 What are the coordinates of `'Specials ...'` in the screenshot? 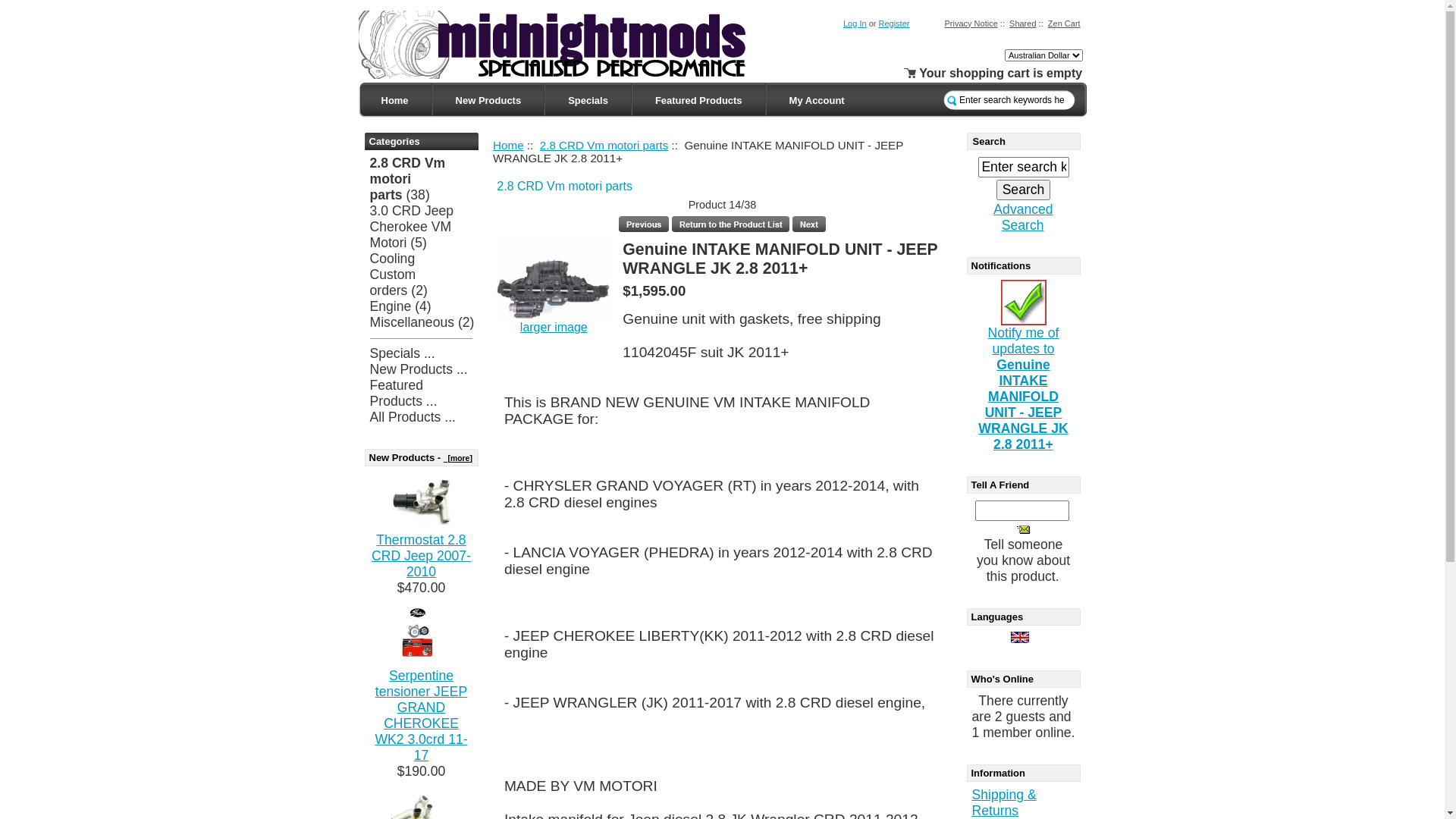 It's located at (403, 353).